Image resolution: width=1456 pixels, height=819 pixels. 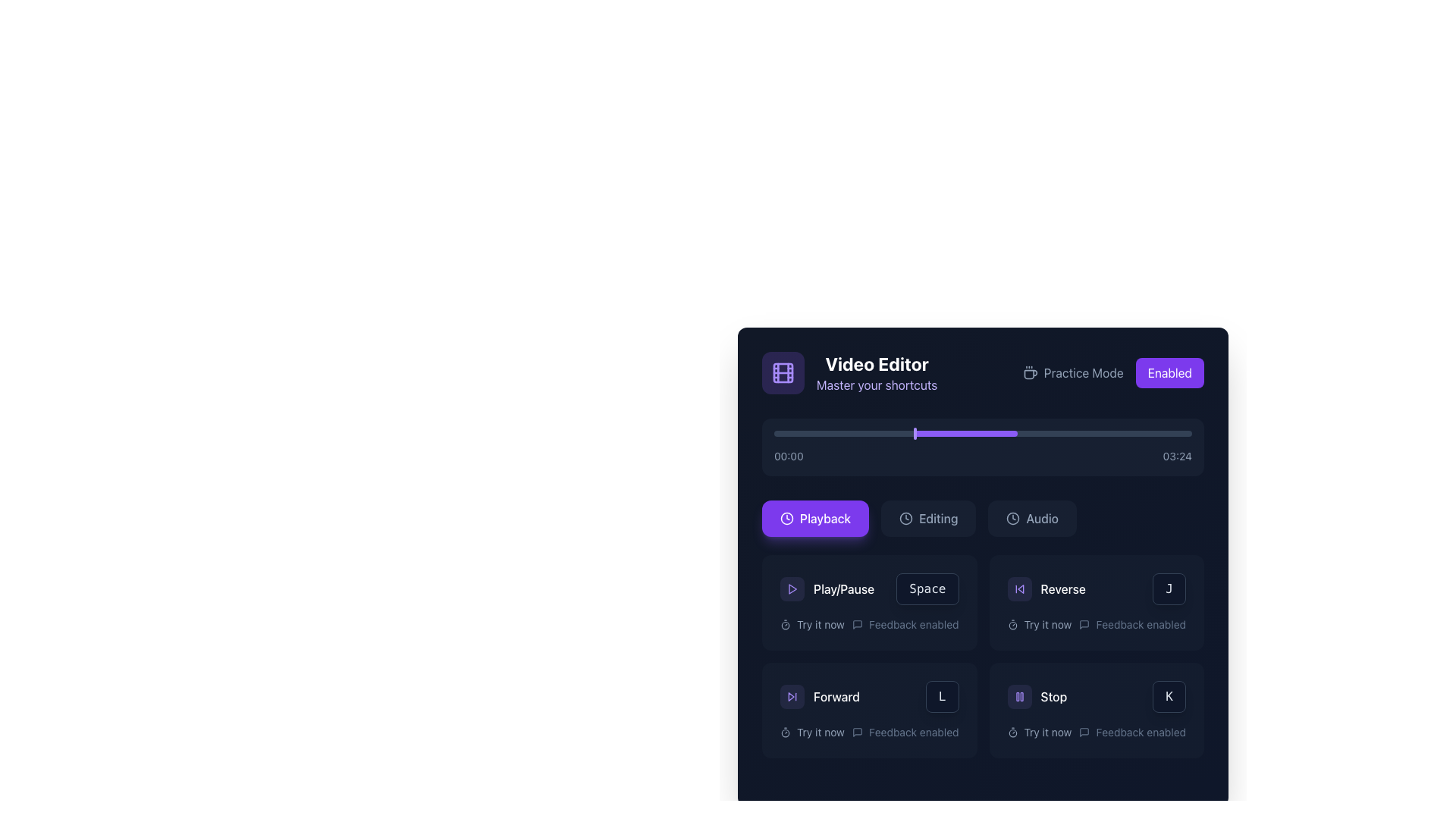 What do you see at coordinates (1084, 625) in the screenshot?
I see `the Icon component within the SVG that indicates a messaging or commenting feature, located in the top-left corner of the main control panel` at bounding box center [1084, 625].